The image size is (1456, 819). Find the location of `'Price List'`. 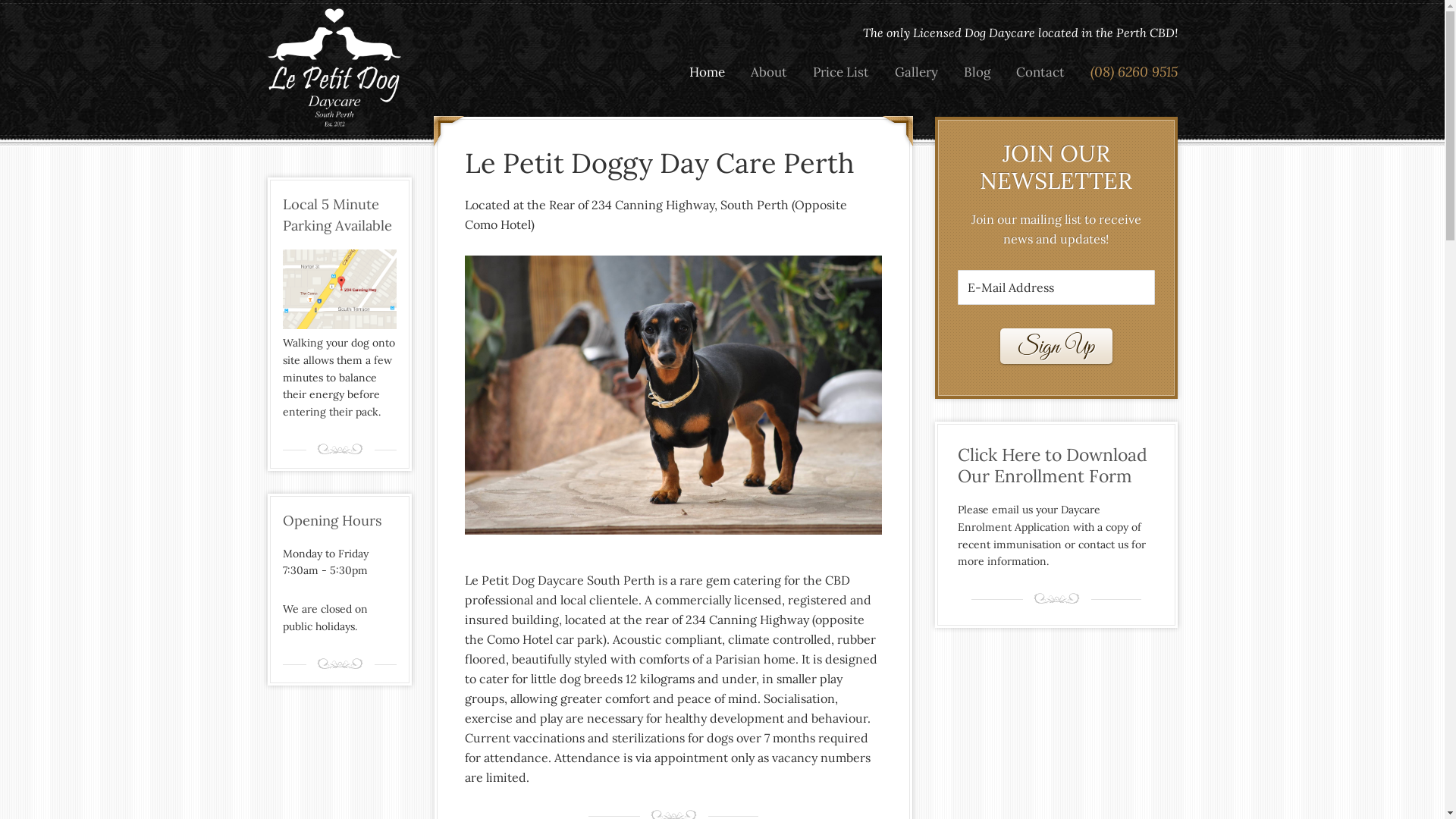

'Price List' is located at coordinates (839, 72).